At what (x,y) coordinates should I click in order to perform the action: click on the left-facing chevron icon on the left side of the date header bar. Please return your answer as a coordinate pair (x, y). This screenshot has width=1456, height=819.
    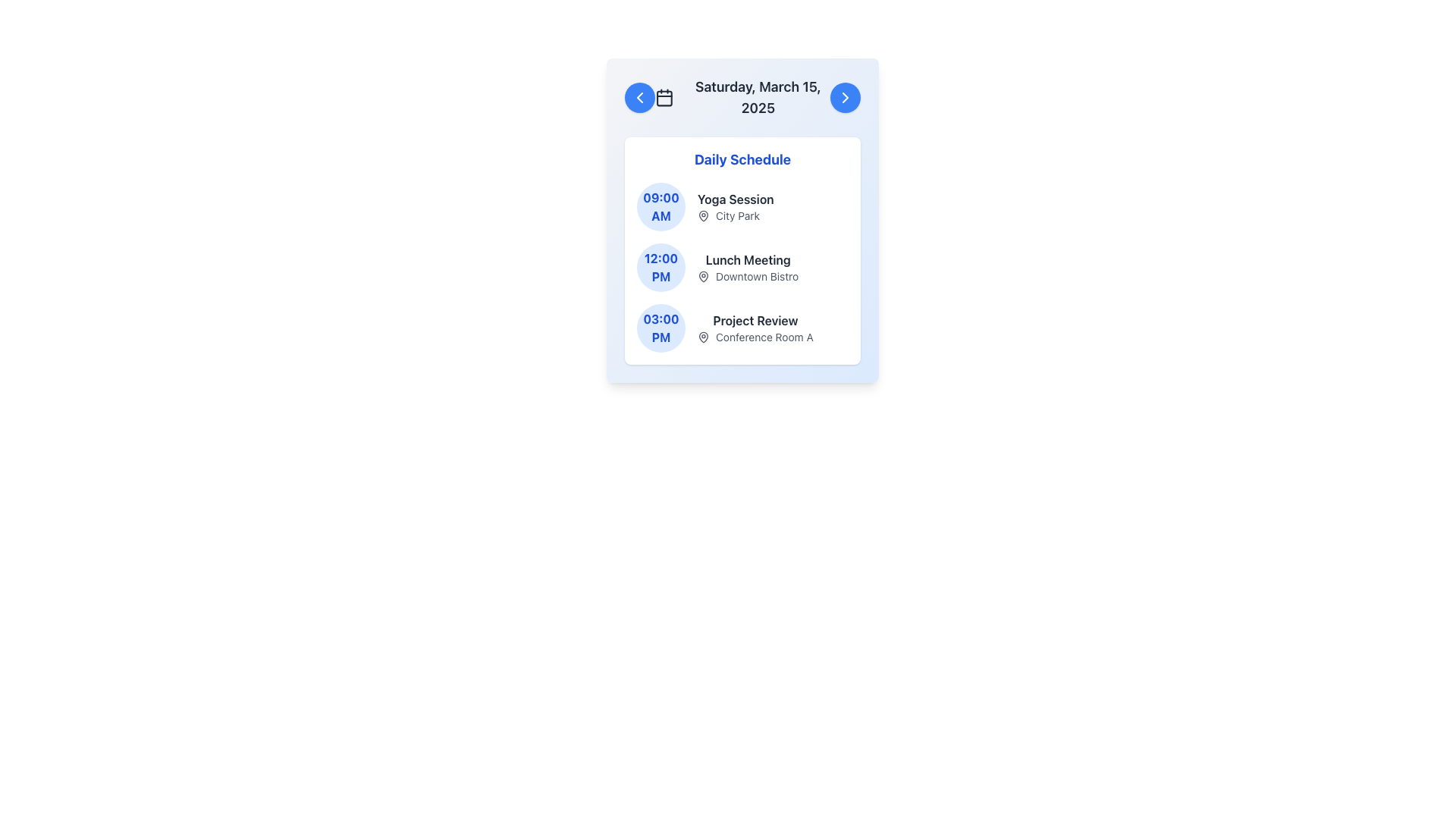
    Looking at the image, I should click on (640, 97).